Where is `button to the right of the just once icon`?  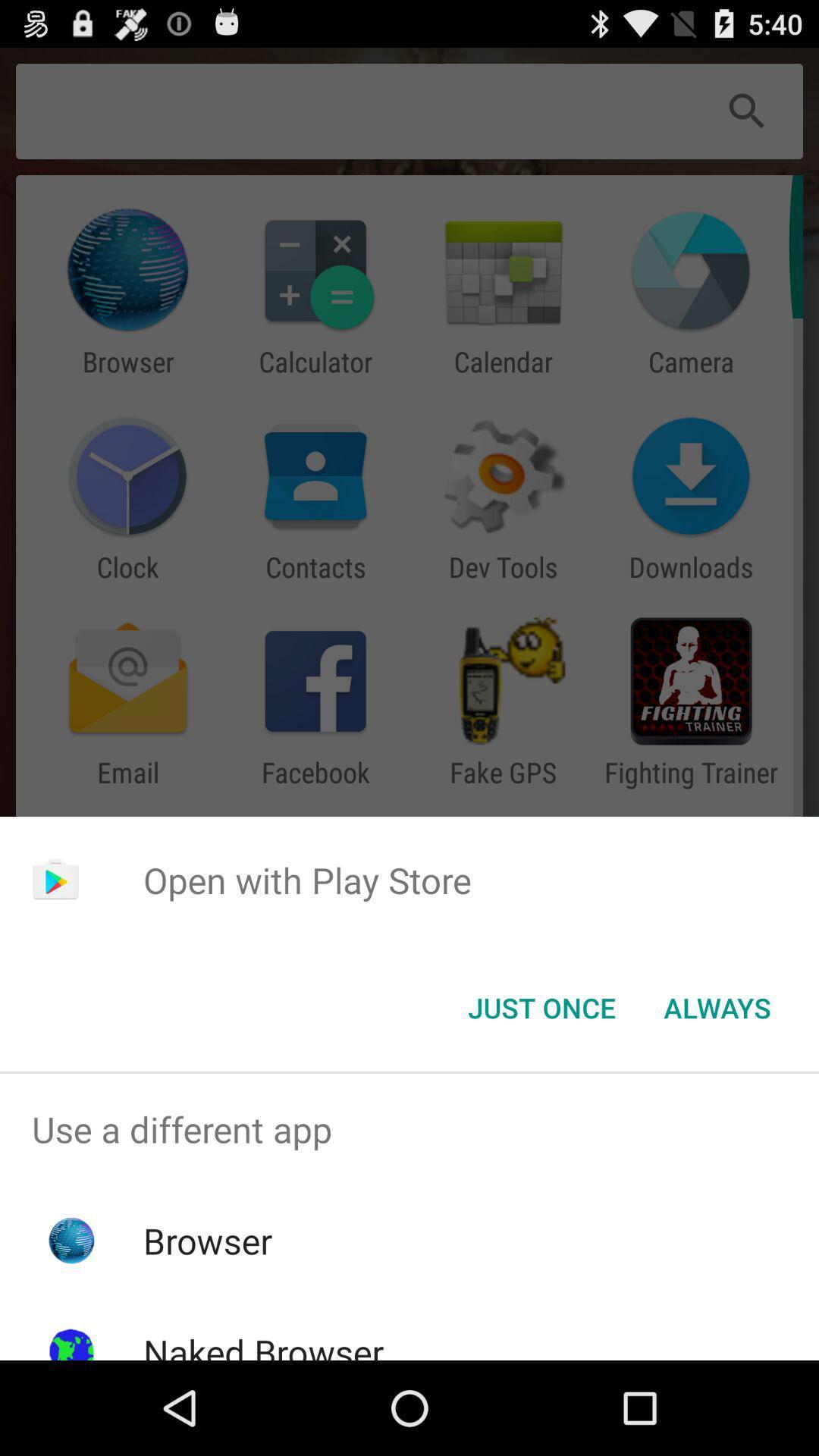
button to the right of the just once icon is located at coordinates (717, 1008).